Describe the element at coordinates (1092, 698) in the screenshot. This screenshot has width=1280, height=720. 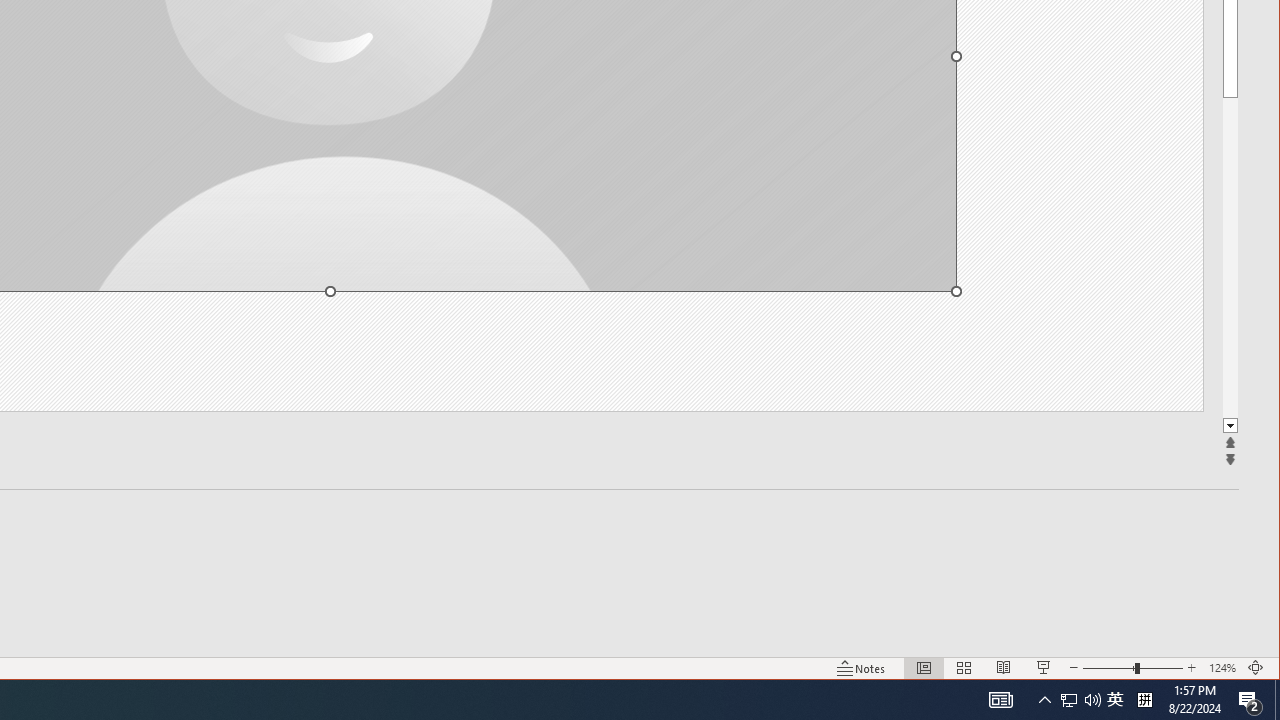
I see `'Notification Chevron'` at that location.